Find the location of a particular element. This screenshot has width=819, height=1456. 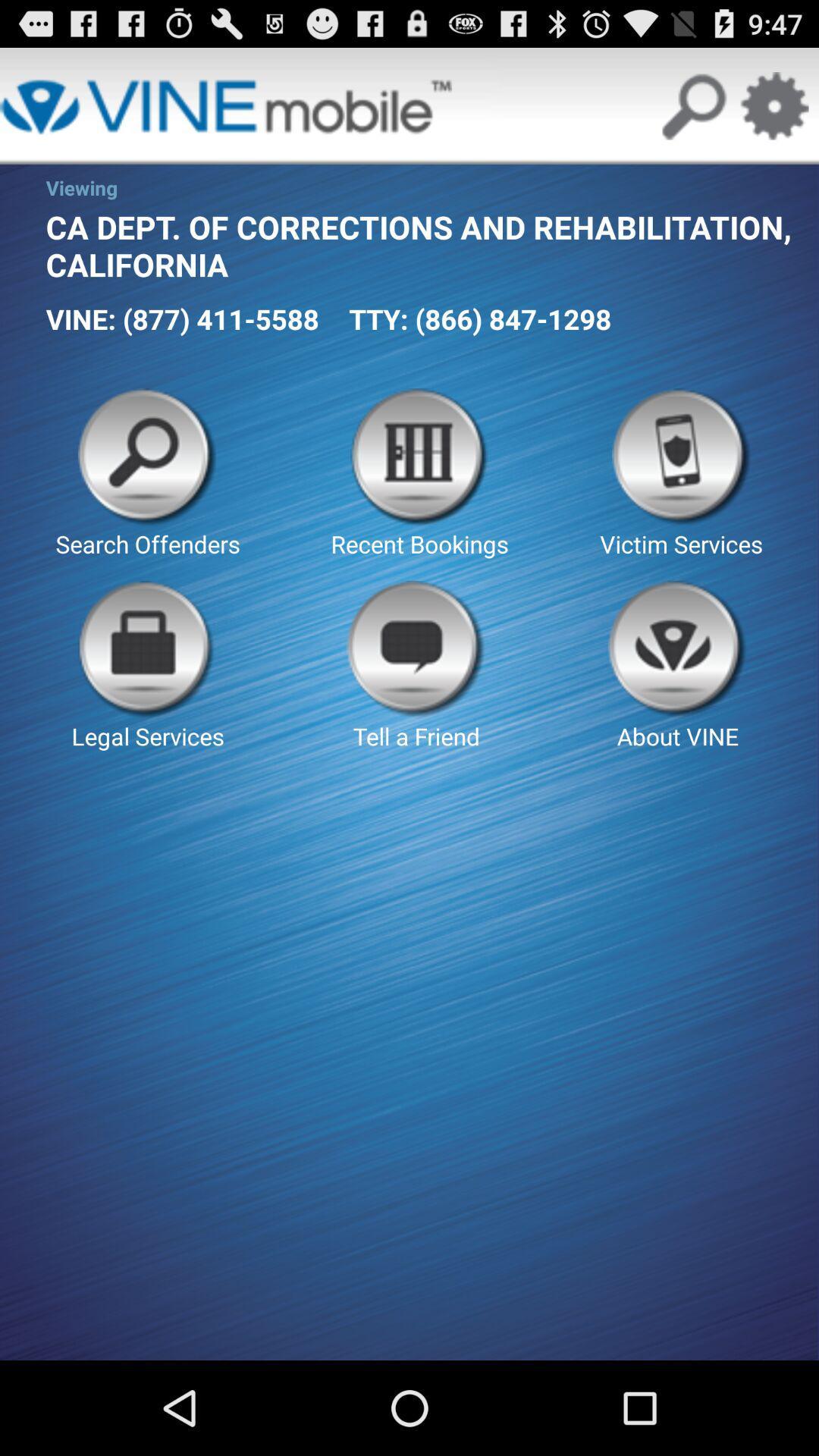

the button above the recent bookings button is located at coordinates (480, 318).